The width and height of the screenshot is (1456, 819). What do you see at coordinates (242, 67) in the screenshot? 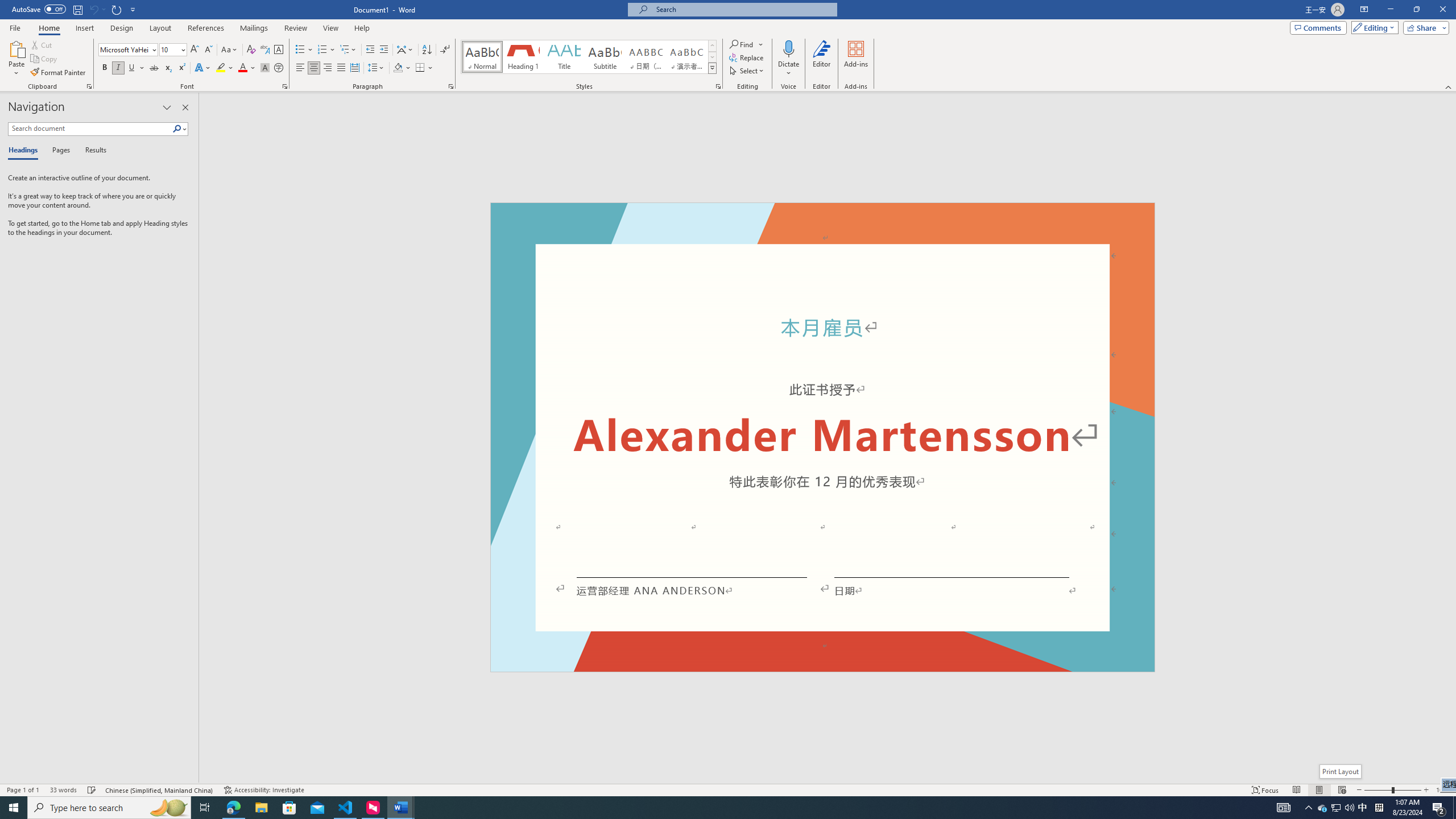
I see `'Font Color Red'` at bounding box center [242, 67].